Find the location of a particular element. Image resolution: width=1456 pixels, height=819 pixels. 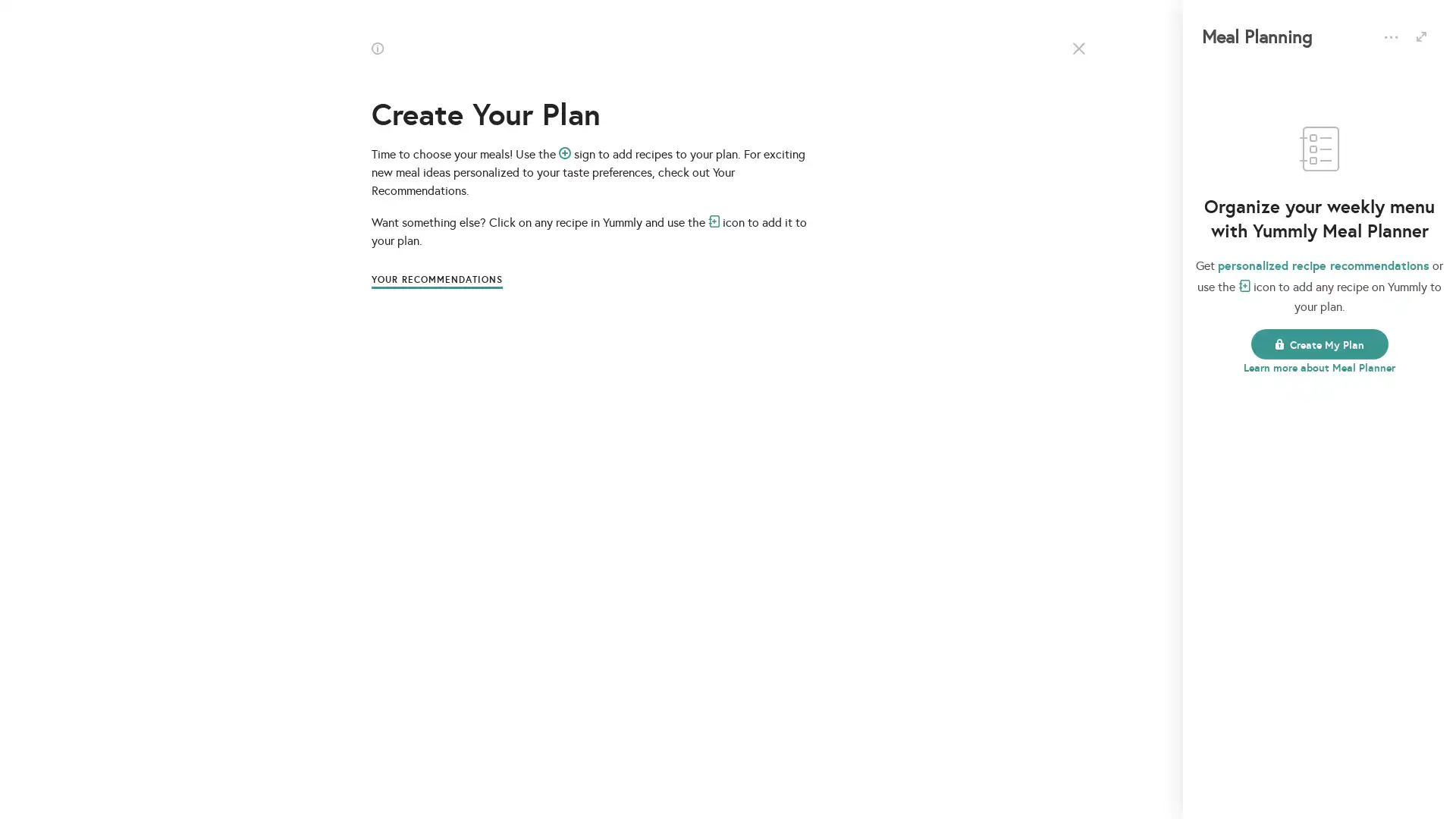

Vegetarian is located at coordinates (622, 312).